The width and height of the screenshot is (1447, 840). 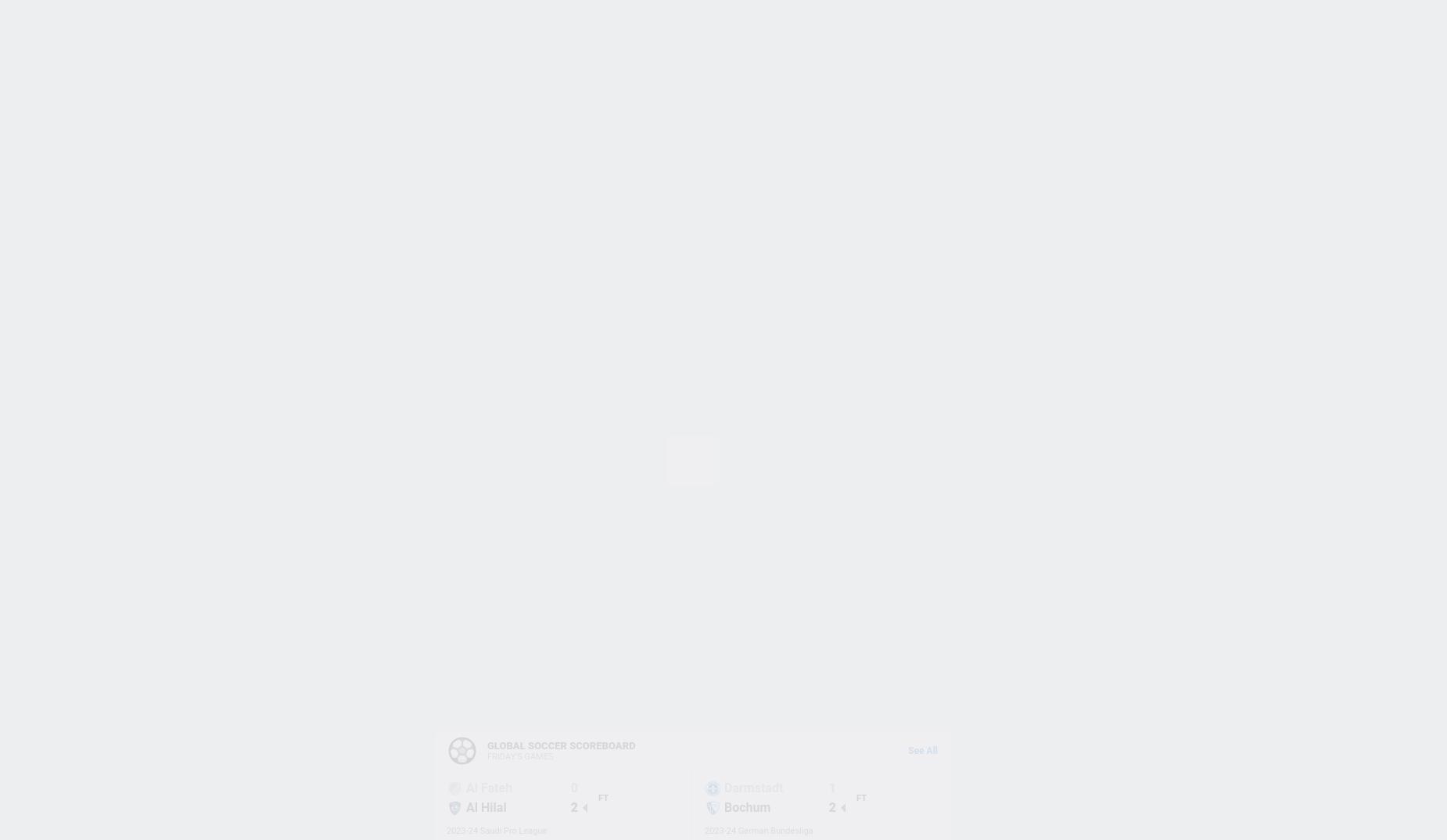 I want to click on 'Darmstadt', so click(x=752, y=787).